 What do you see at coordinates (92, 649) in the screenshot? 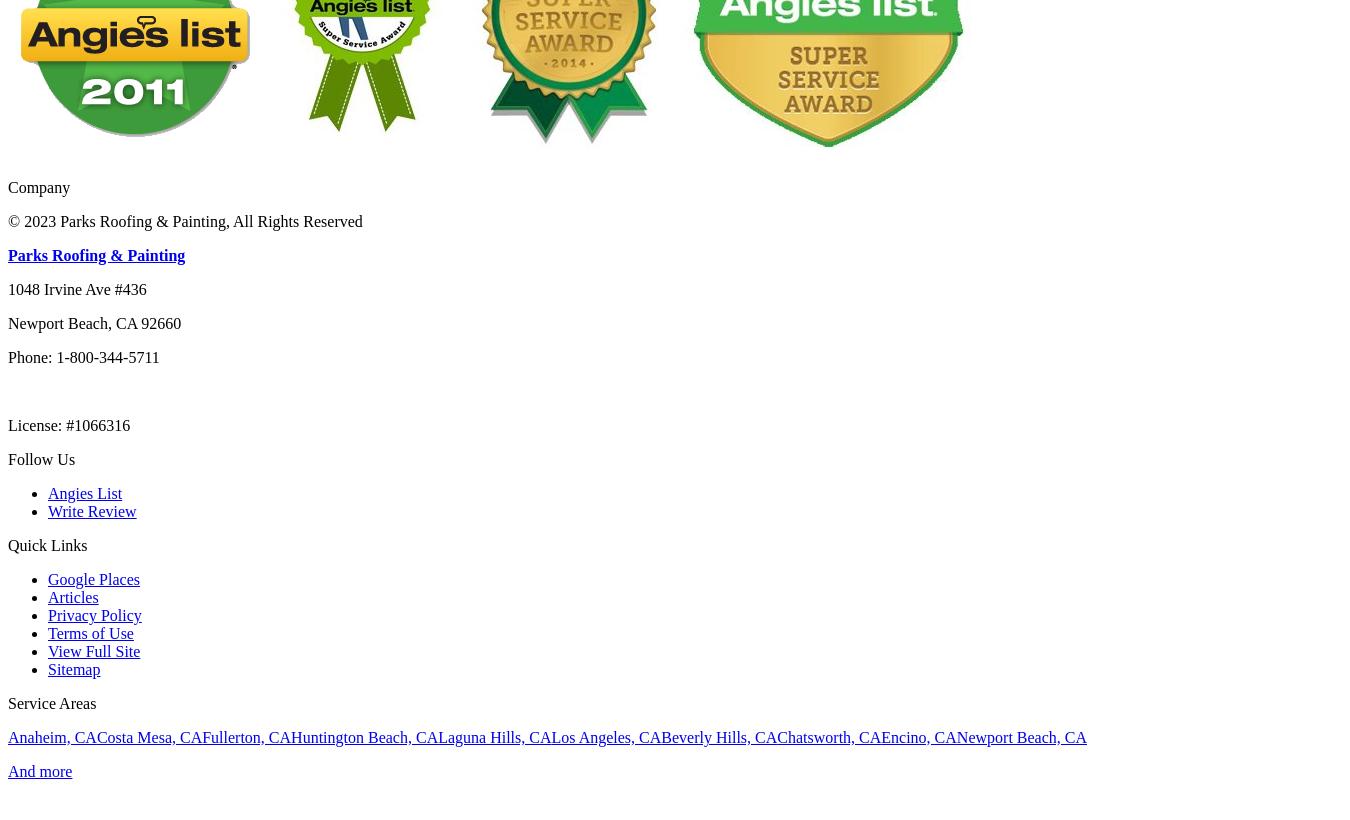
I see `'View Full Site'` at bounding box center [92, 649].